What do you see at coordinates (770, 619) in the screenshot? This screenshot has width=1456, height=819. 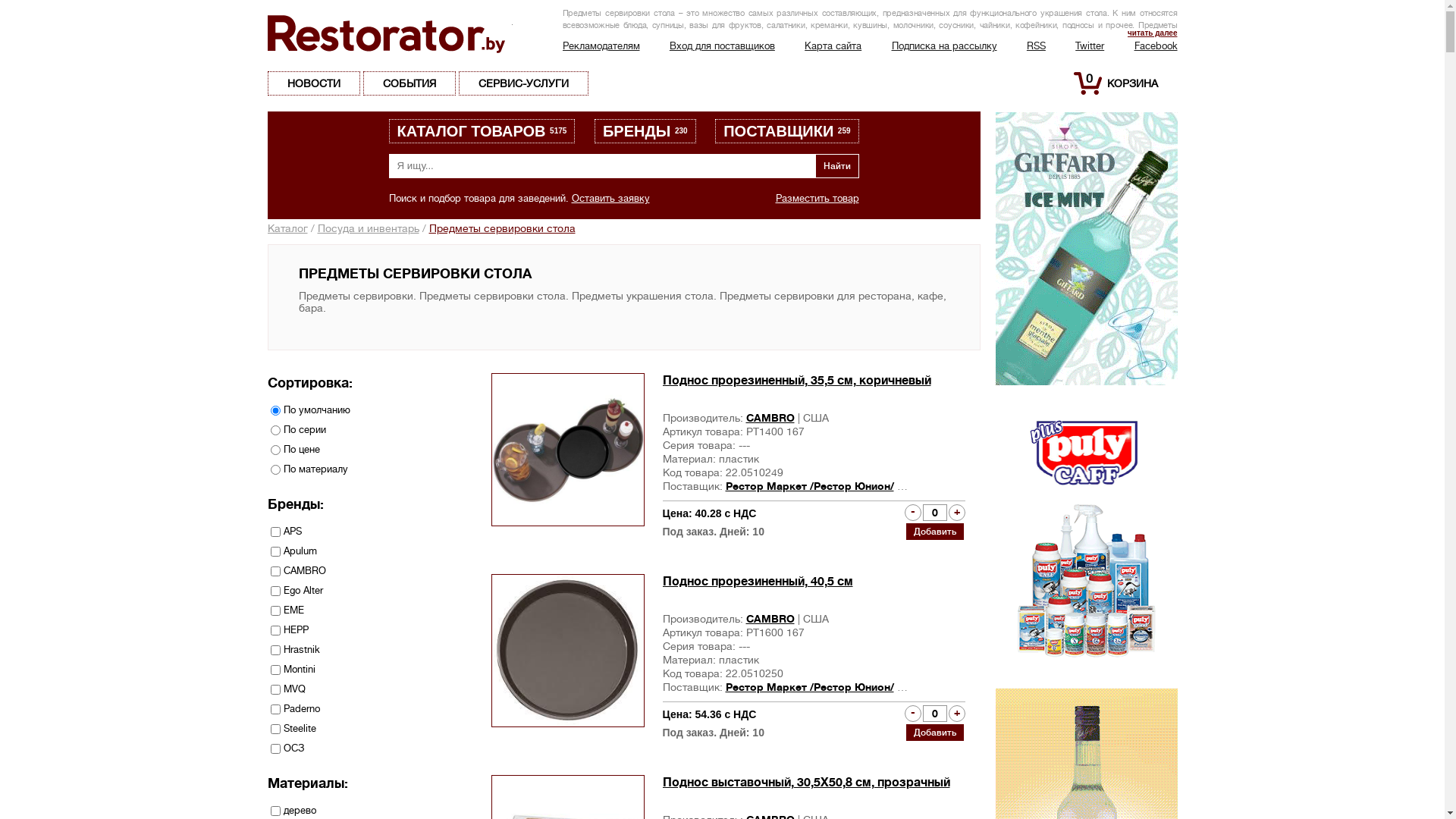 I see `'CAMBRO'` at bounding box center [770, 619].